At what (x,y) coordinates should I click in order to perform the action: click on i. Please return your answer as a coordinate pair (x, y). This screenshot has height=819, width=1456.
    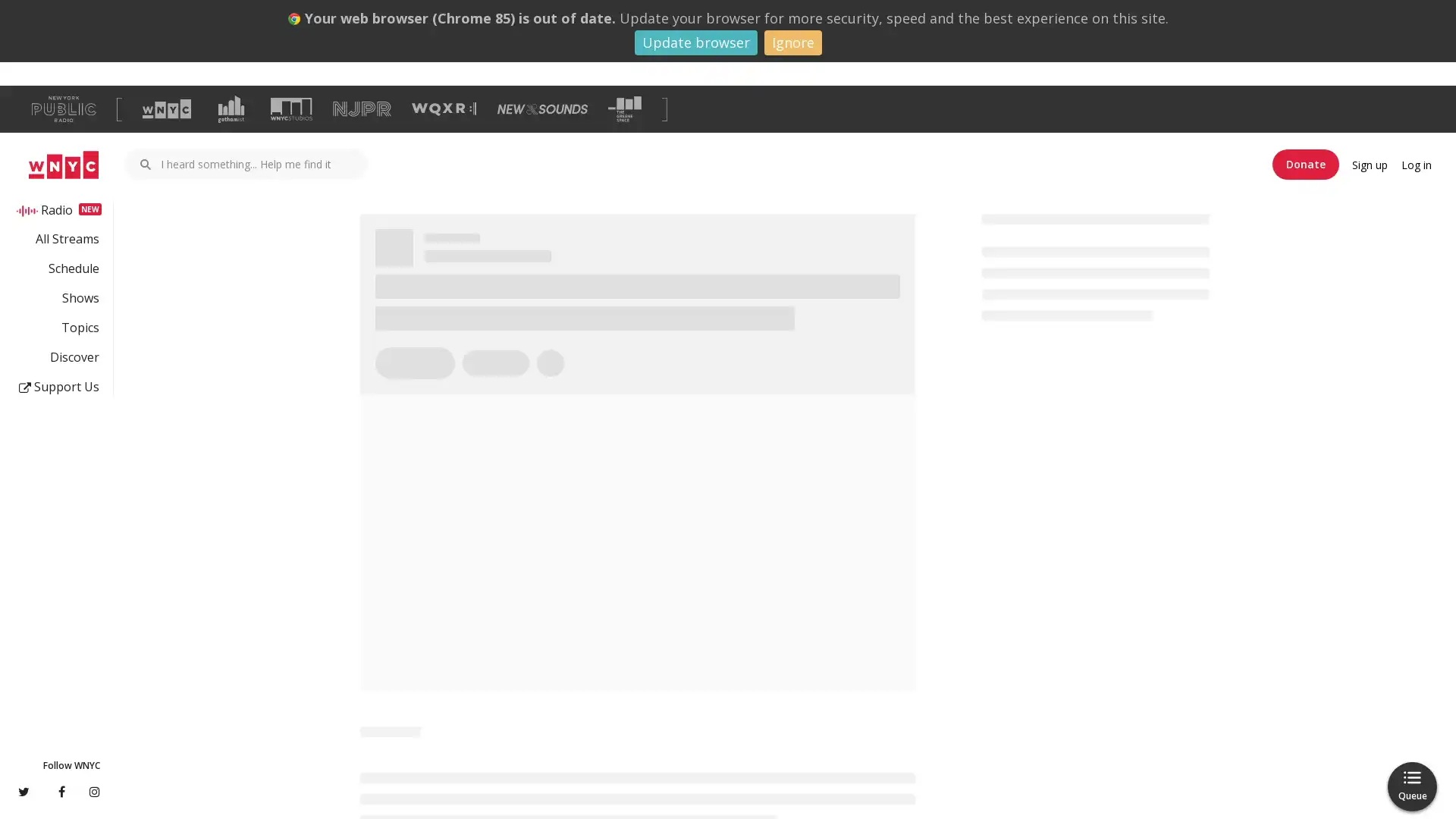
    Looking at the image, I should click on (897, 732).